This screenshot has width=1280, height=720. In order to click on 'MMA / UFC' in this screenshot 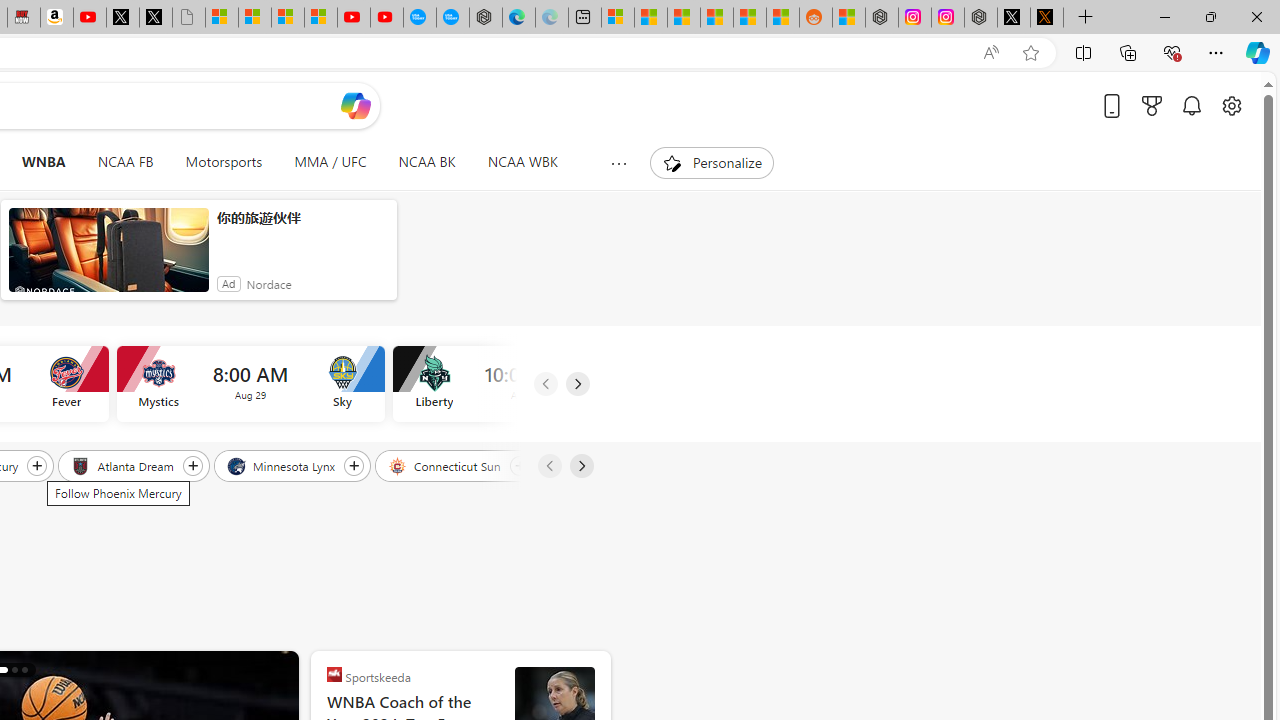, I will do `click(330, 162)`.